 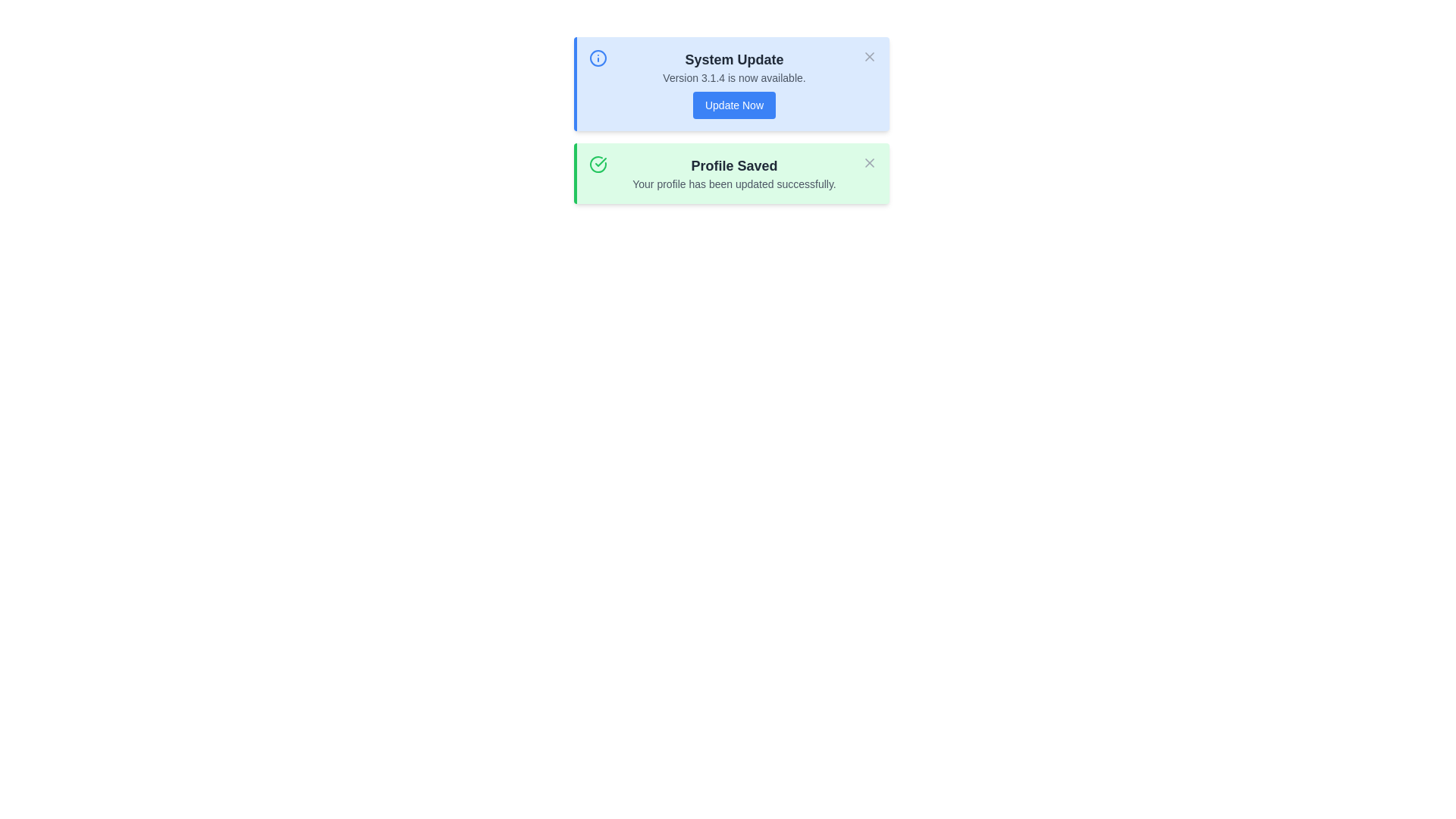 What do you see at coordinates (869, 55) in the screenshot?
I see `the close button located at the top-right corner of the 'System Update' card to enhance accessibility` at bounding box center [869, 55].